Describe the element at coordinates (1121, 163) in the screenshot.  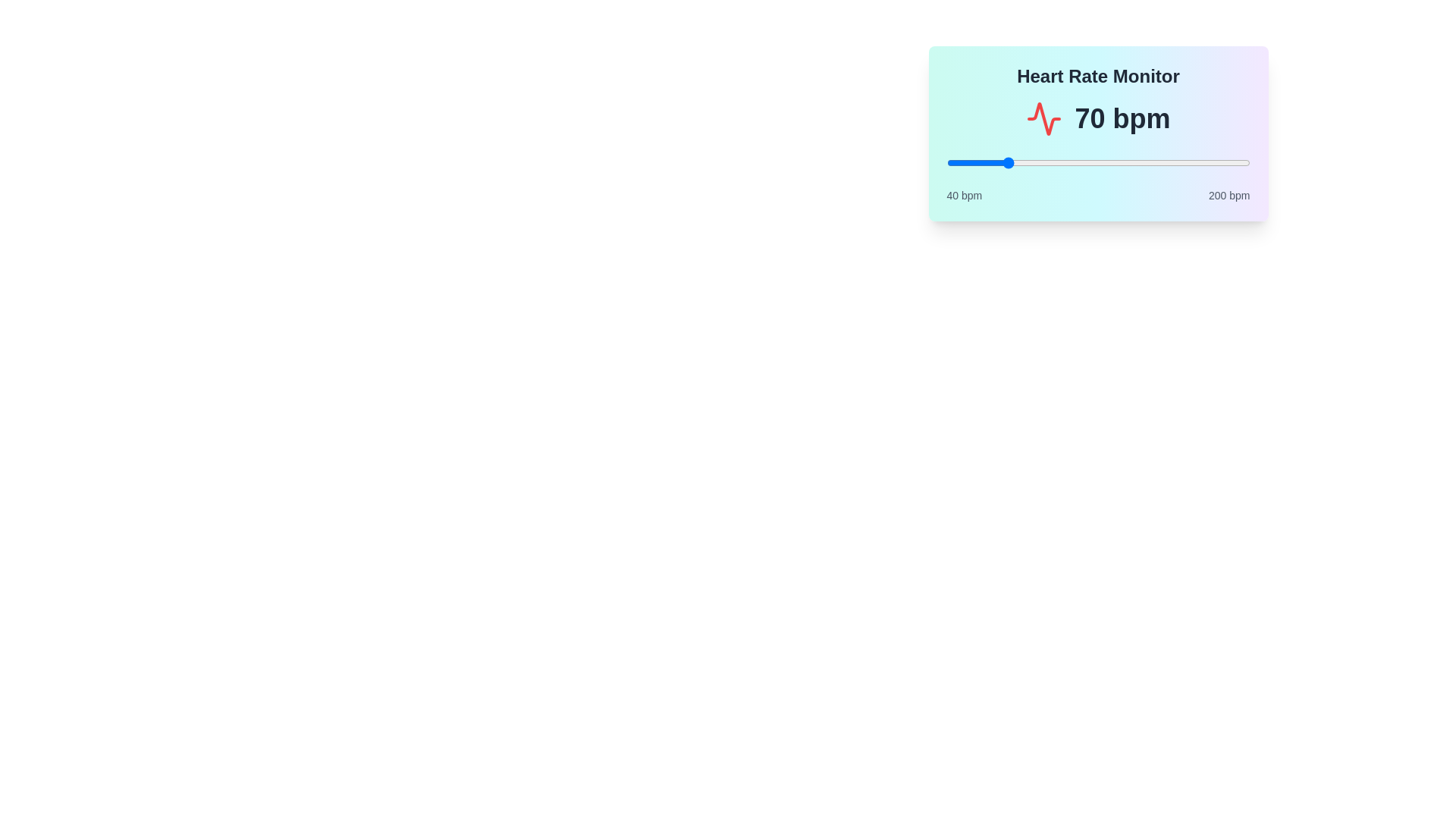
I see `the heart rate slider to 132 bpm` at that location.